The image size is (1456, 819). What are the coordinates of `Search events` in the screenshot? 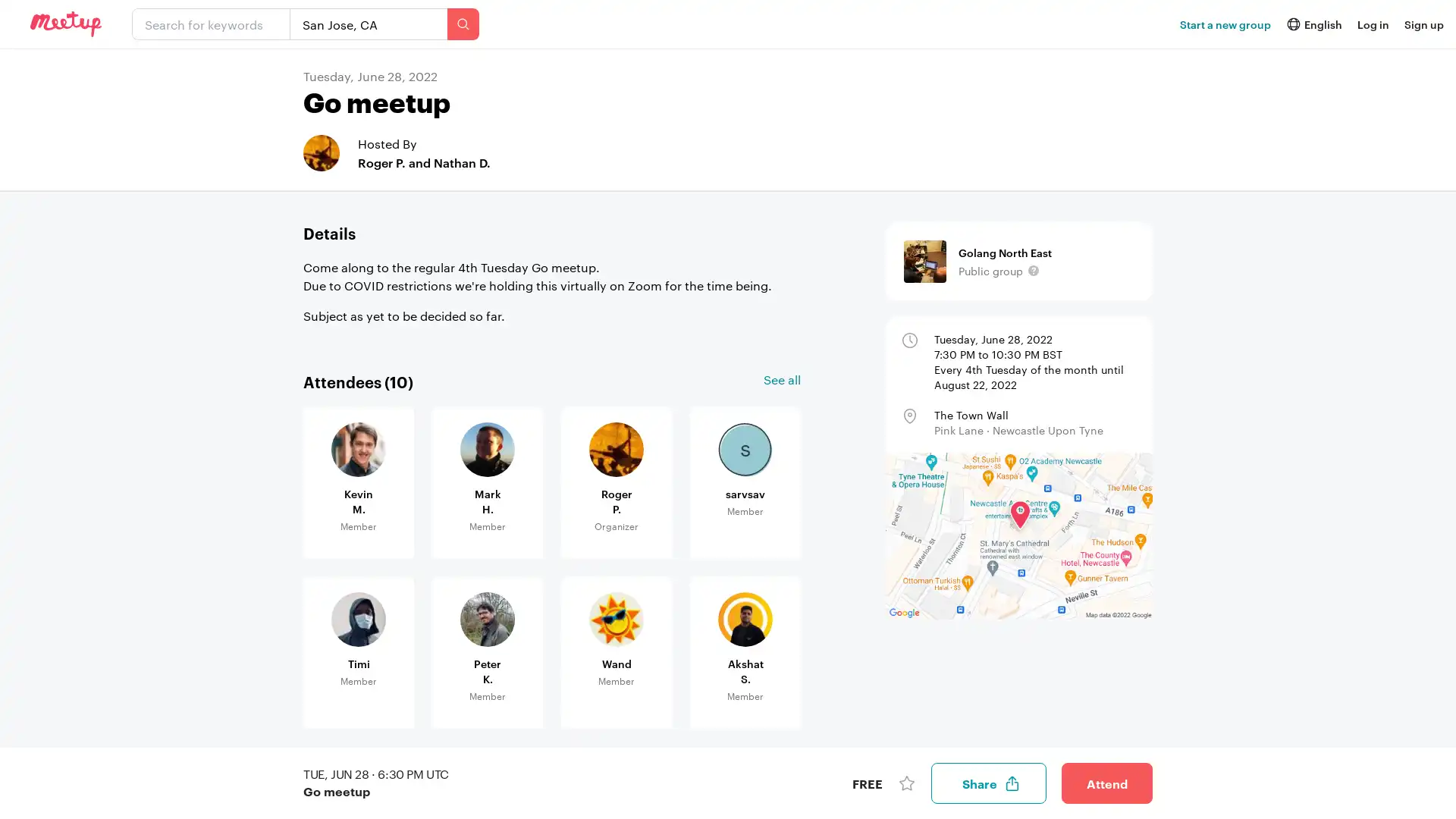 It's located at (462, 24).